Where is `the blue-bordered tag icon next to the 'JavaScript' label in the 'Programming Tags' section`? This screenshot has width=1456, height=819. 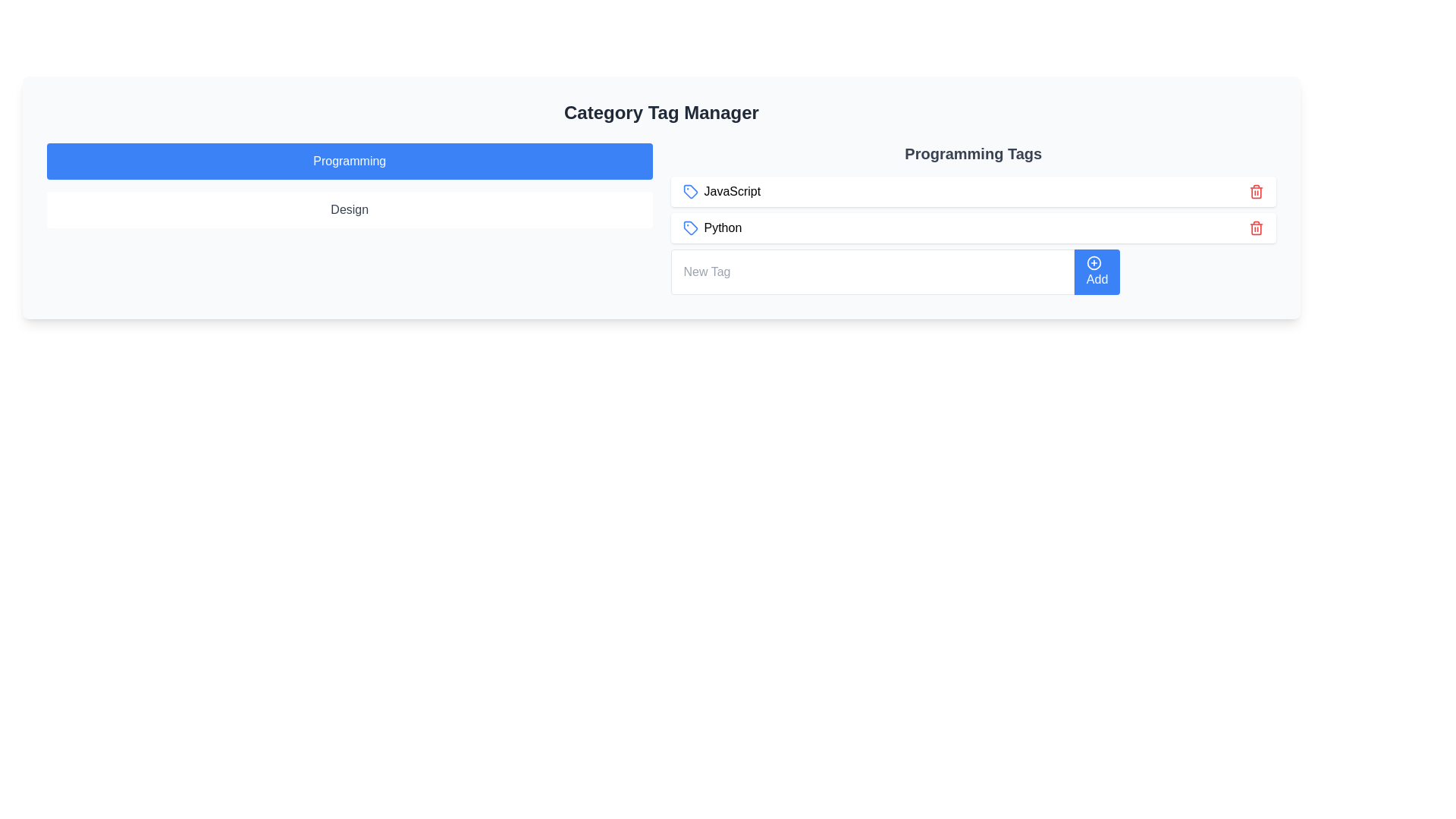 the blue-bordered tag icon next to the 'JavaScript' label in the 'Programming Tags' section is located at coordinates (689, 191).